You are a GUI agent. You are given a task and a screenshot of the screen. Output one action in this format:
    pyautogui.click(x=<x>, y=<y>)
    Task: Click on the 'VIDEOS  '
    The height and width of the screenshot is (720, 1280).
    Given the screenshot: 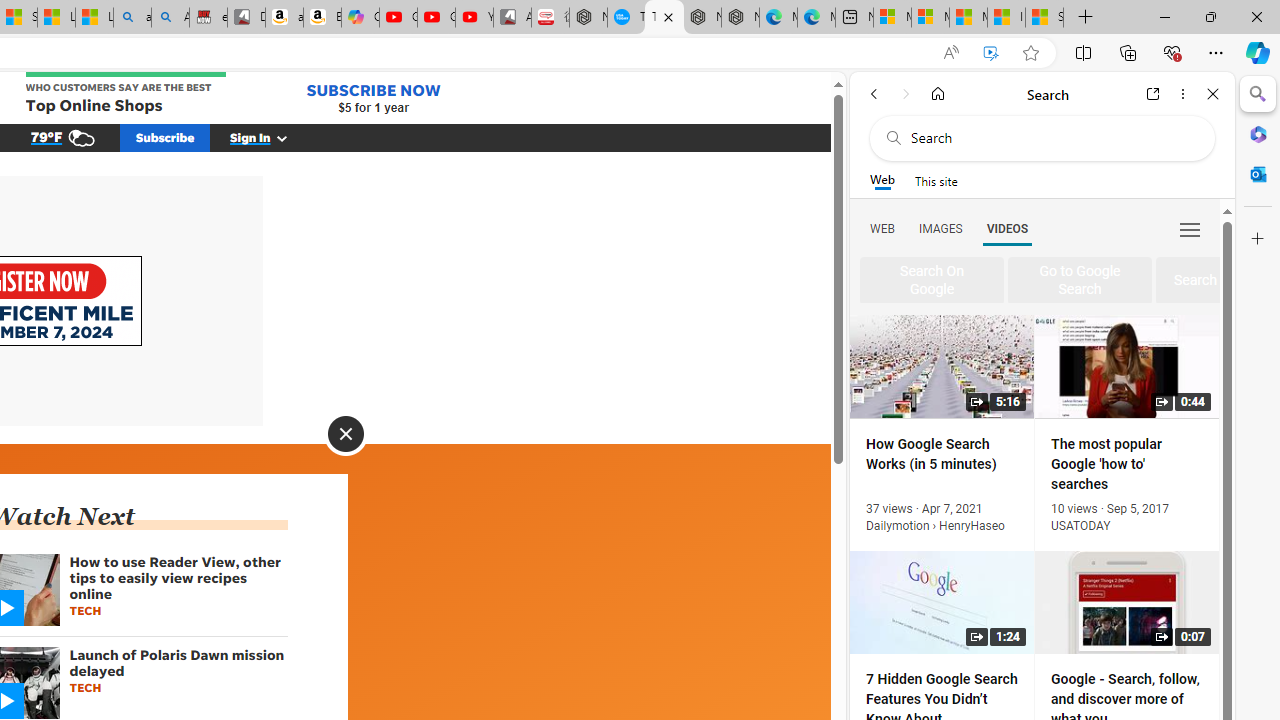 What is the action you would take?
    pyautogui.click(x=1007, y=227)
    